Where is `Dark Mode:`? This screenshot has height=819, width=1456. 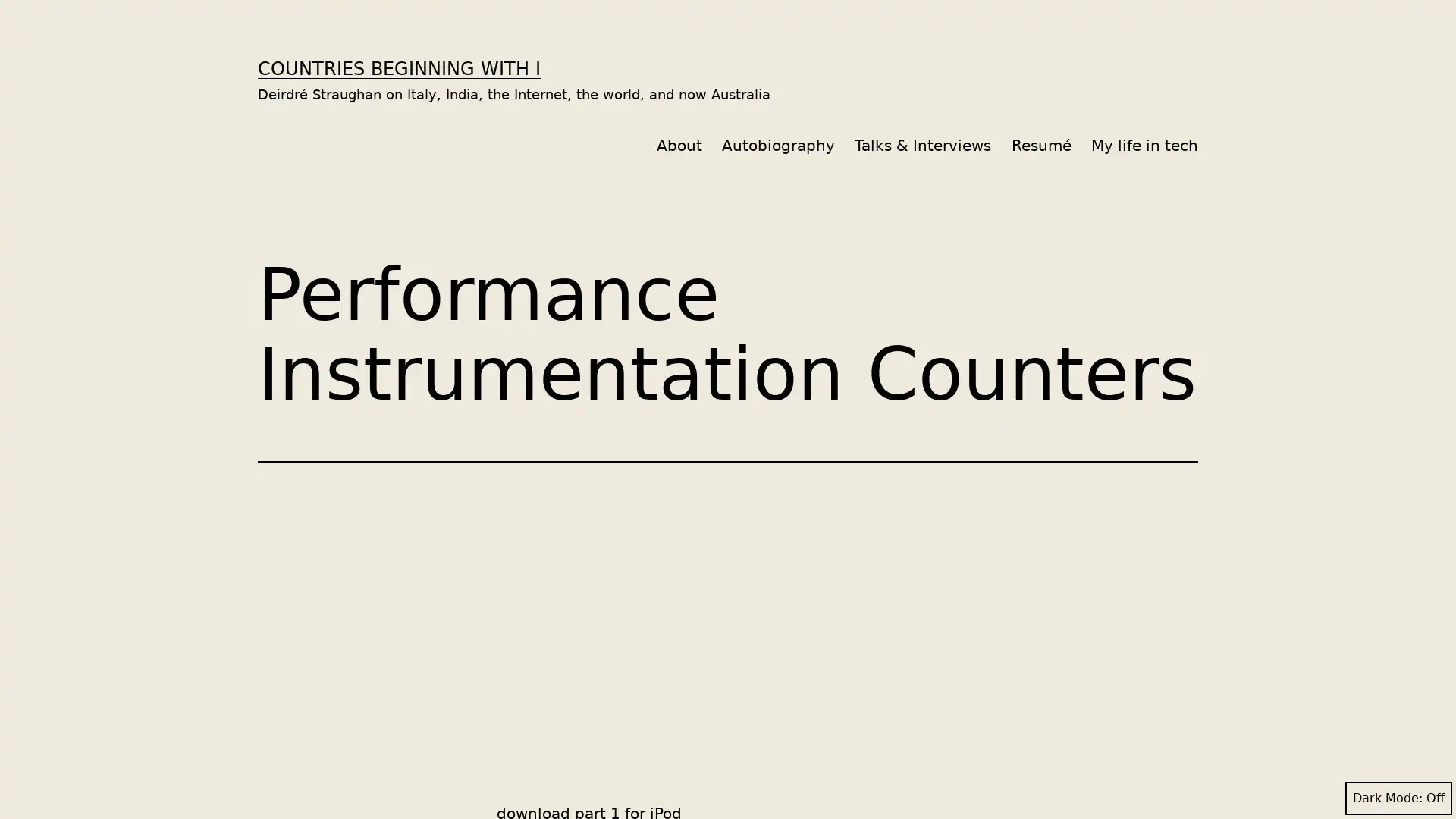
Dark Mode: is located at coordinates (1398, 798).